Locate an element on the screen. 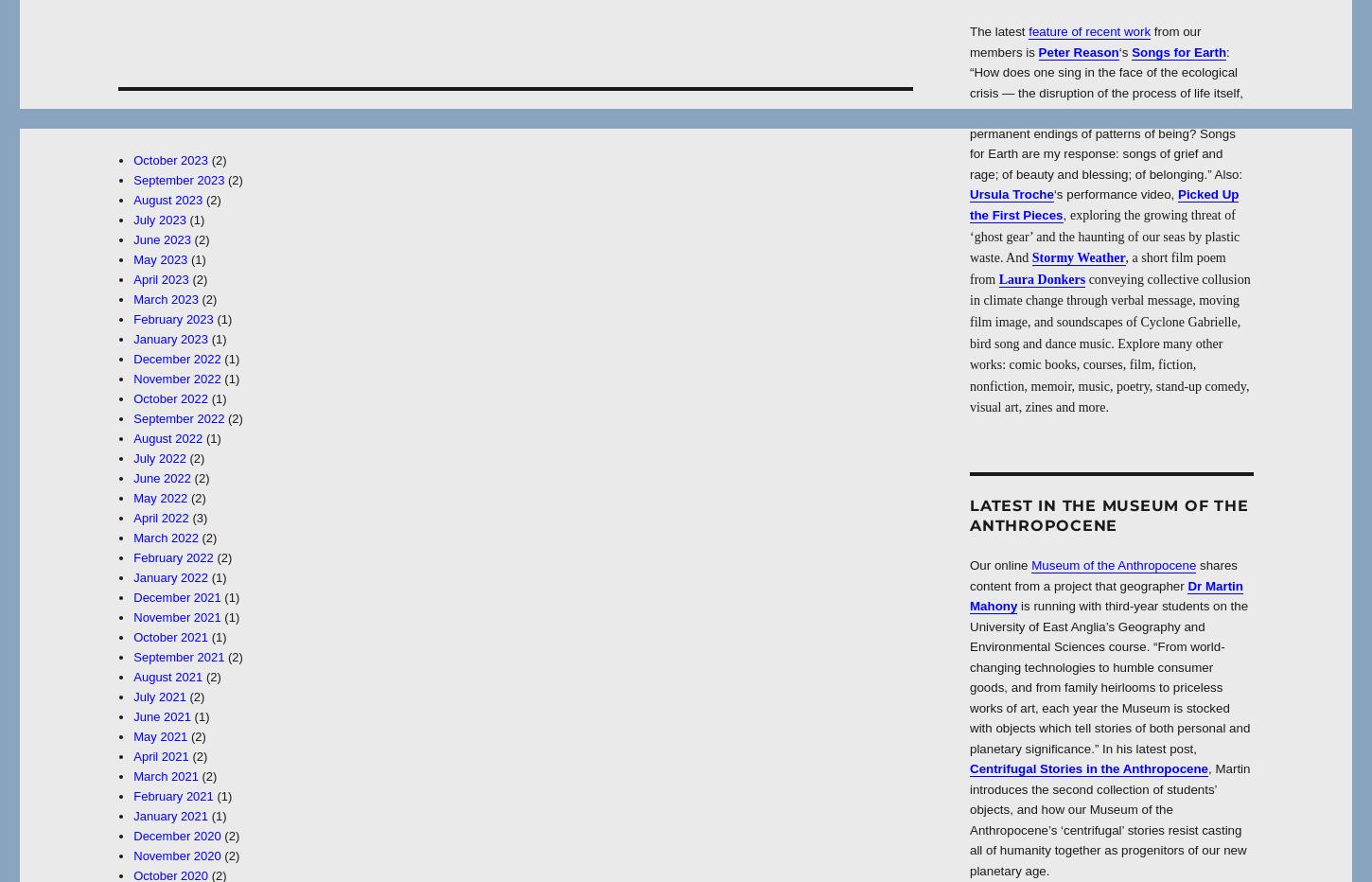  'May 2022' is located at coordinates (159, 498).